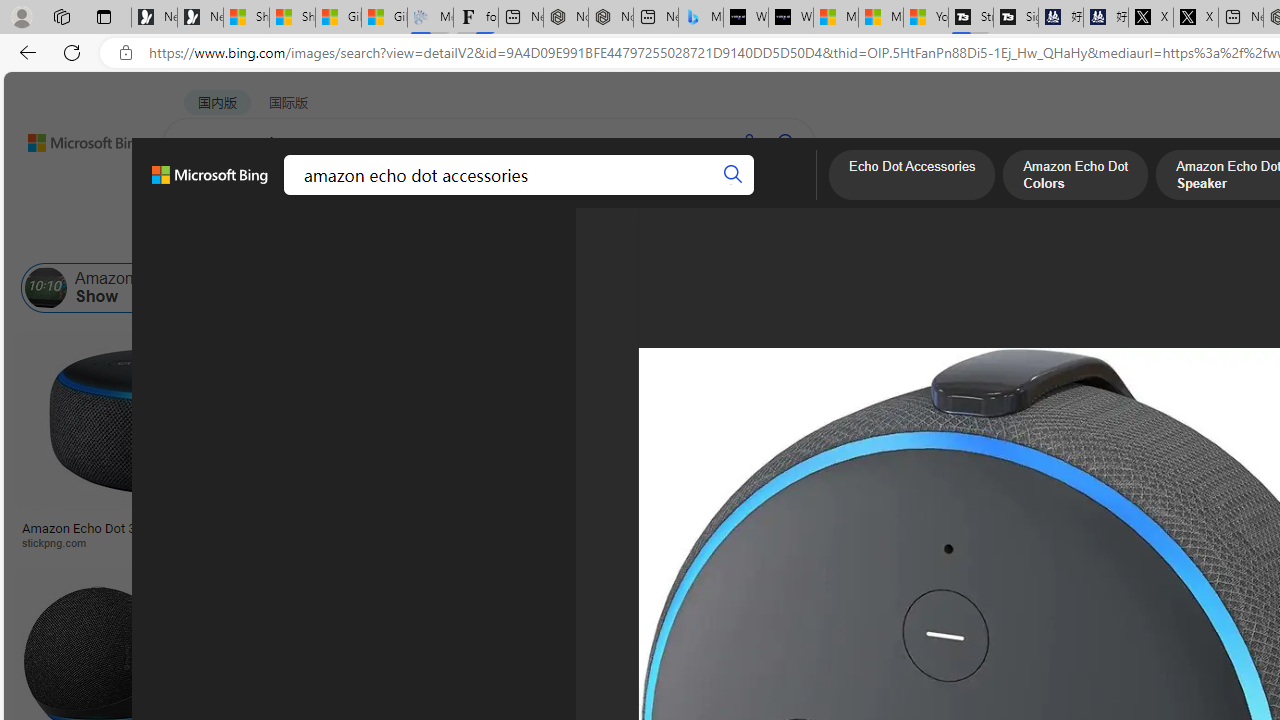 This screenshot has height=720, width=1280. What do you see at coordinates (201, 195) in the screenshot?
I see `'WEB'` at bounding box center [201, 195].